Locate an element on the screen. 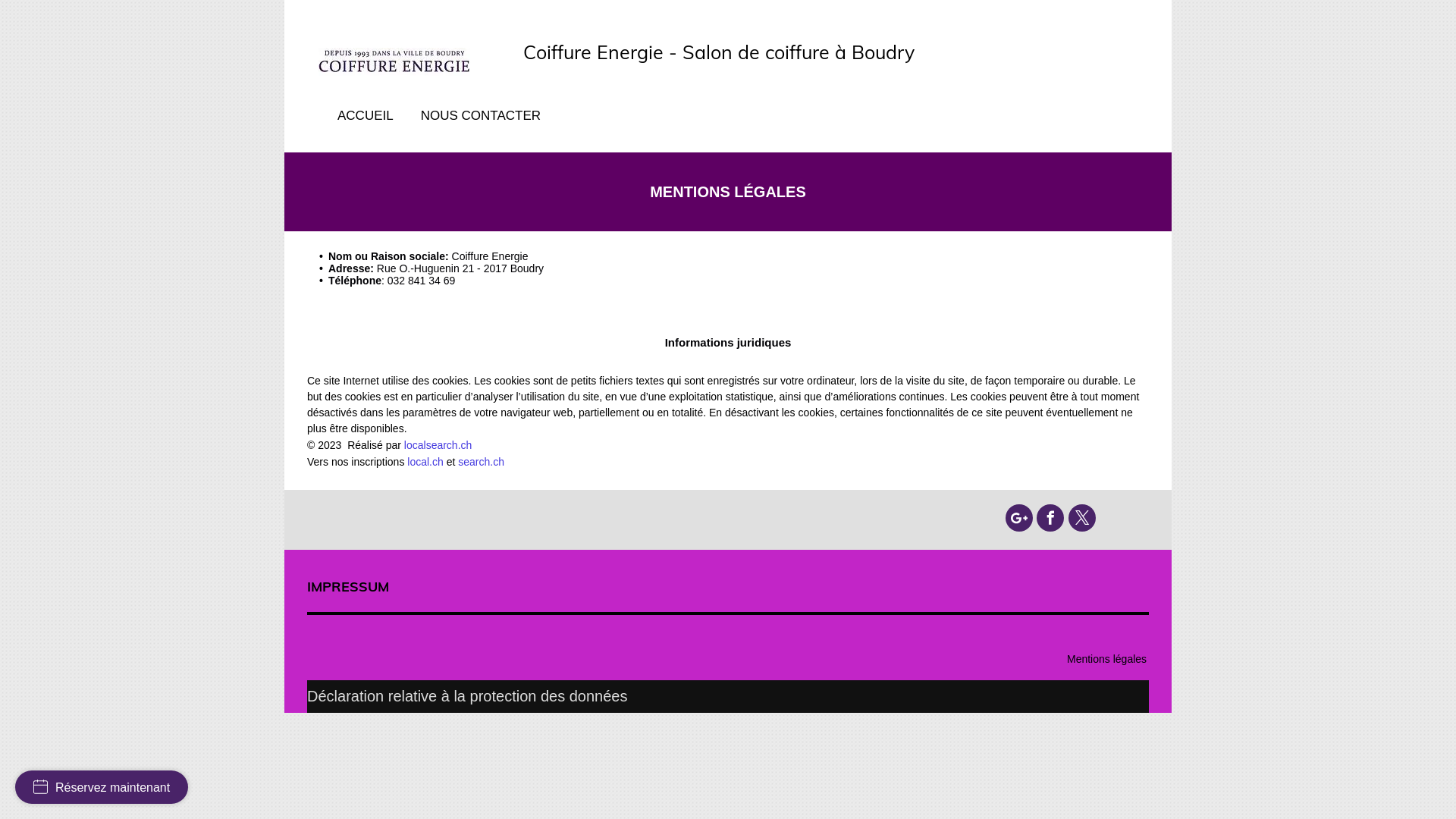  'search.ch' is located at coordinates (480, 461).